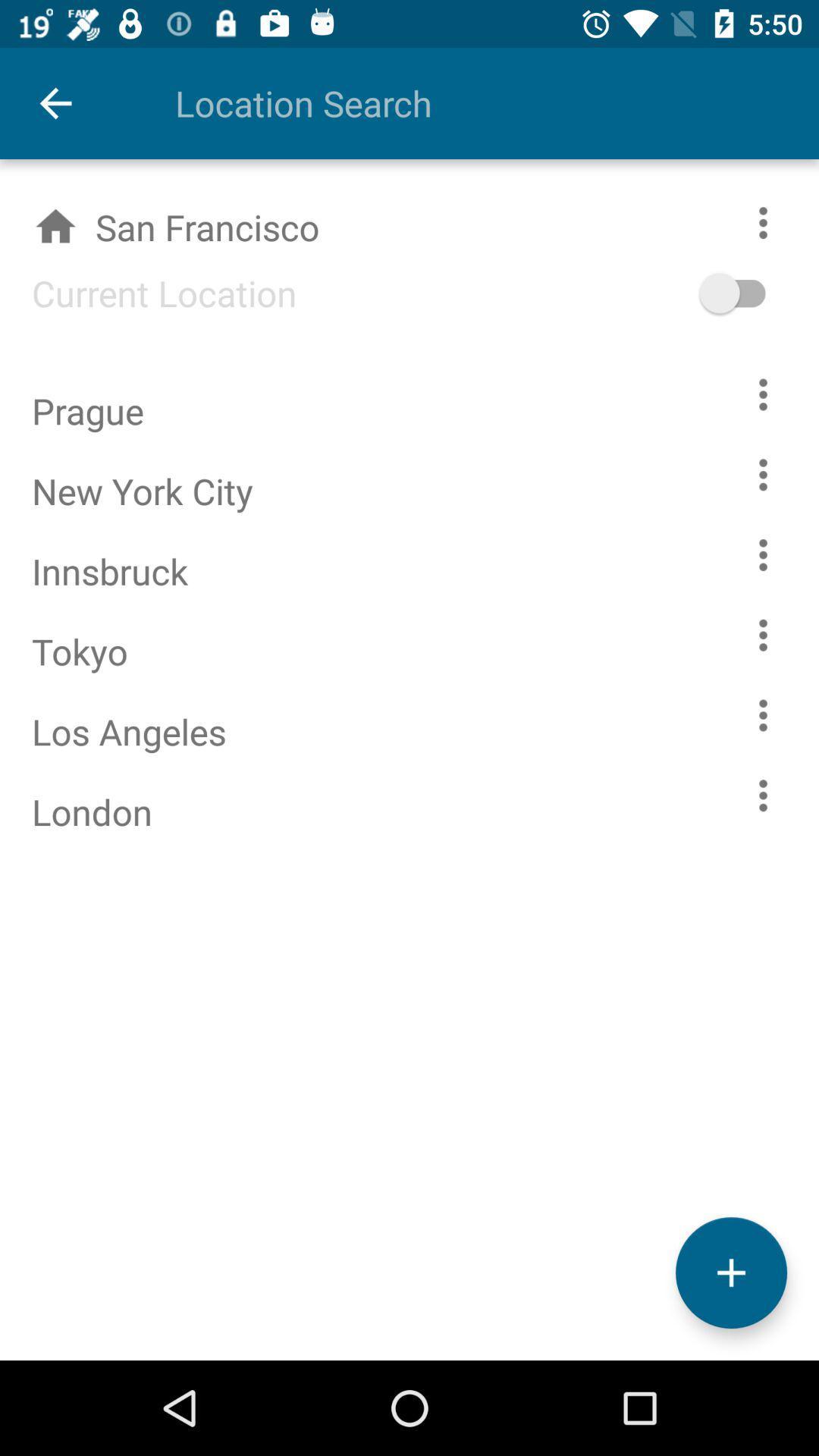  I want to click on new city, so click(730, 1272).